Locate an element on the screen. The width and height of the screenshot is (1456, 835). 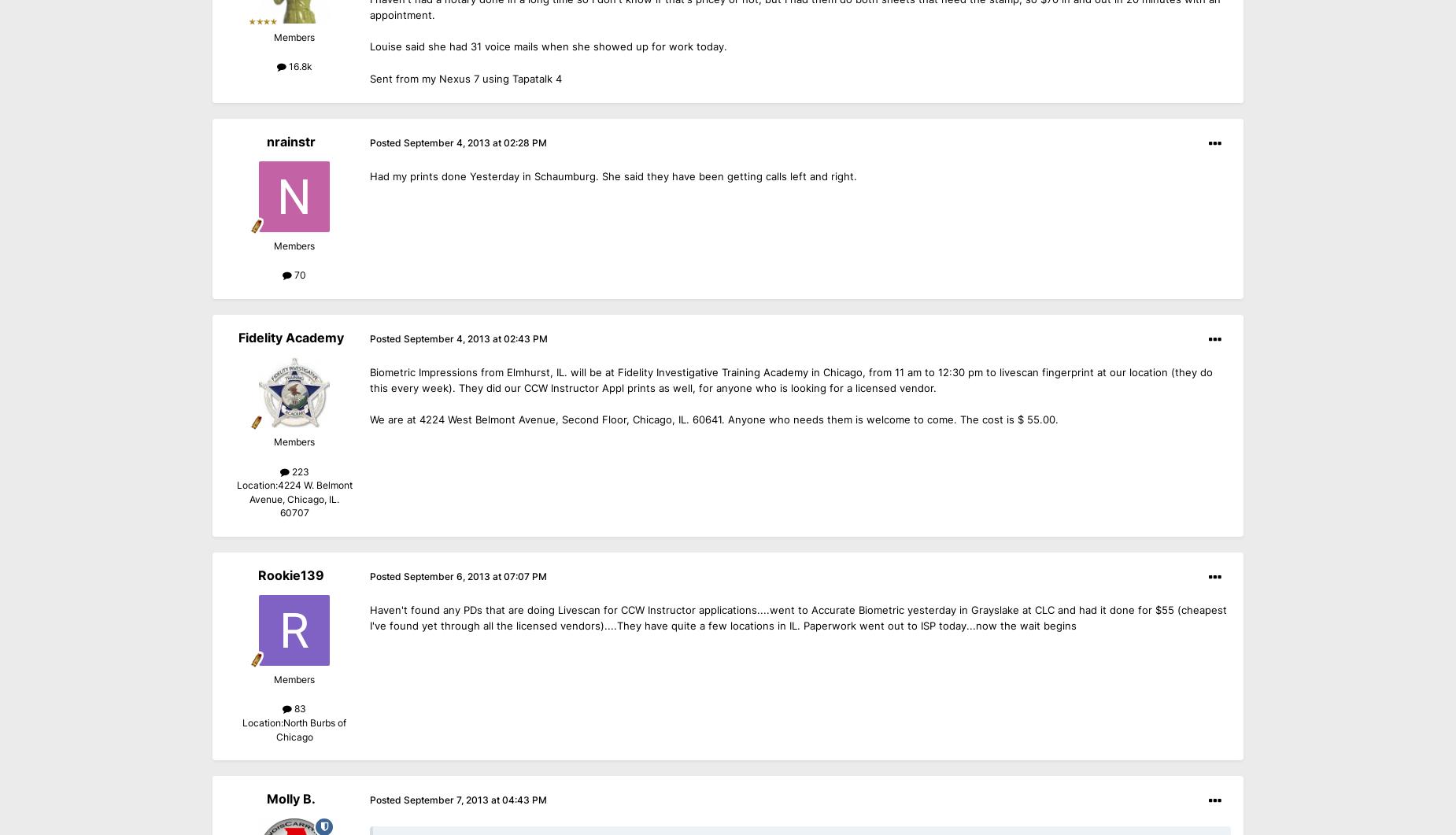
'Biometric Impressions from Elmhurst, IL. will be at Fidelity Investigative Training Academy in Chicago, from 11 am to 12:30 pm to livescan fingerprint at our location (they do this every week). They did our CCW Instructor Appl prints as well, for anyone who is looking for a licensed vendor.' is located at coordinates (790, 379).